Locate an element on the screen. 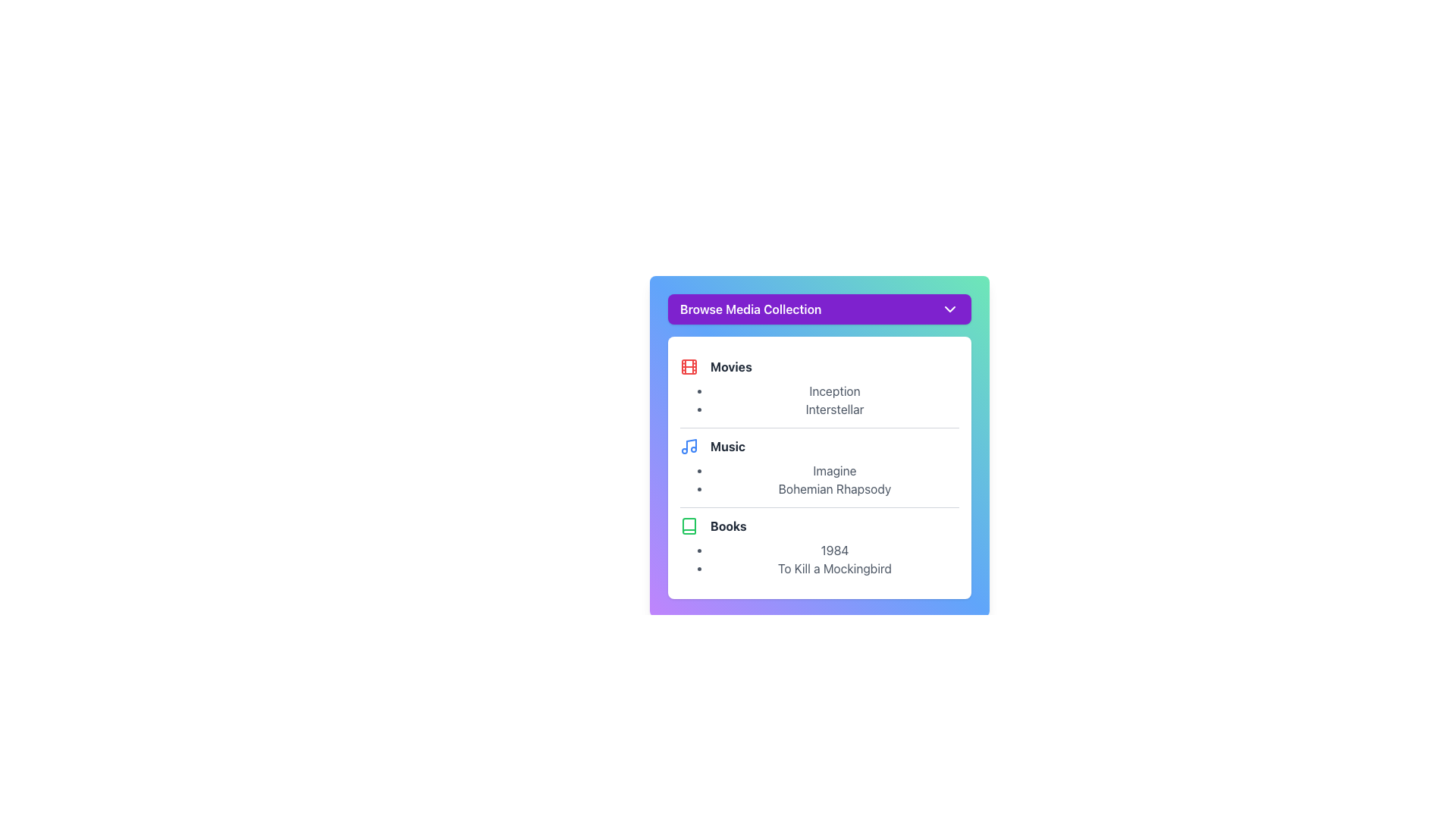 The height and width of the screenshot is (819, 1456). the text label displaying 'To Kill a Mockingbird' in gray, which is the second item in the 'Books' section of the media browsing interface is located at coordinates (833, 568).